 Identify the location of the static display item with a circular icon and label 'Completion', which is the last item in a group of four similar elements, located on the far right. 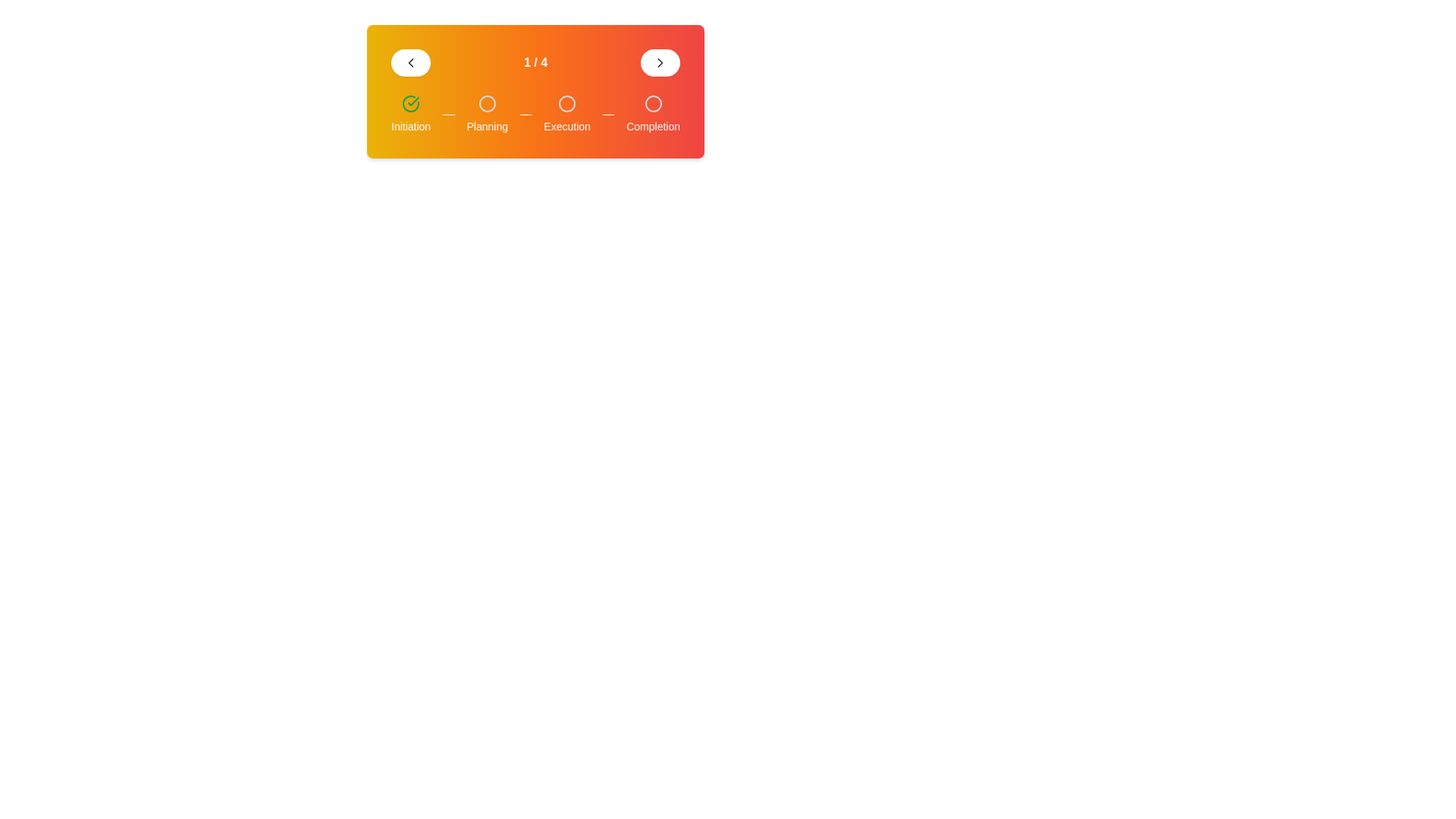
(653, 113).